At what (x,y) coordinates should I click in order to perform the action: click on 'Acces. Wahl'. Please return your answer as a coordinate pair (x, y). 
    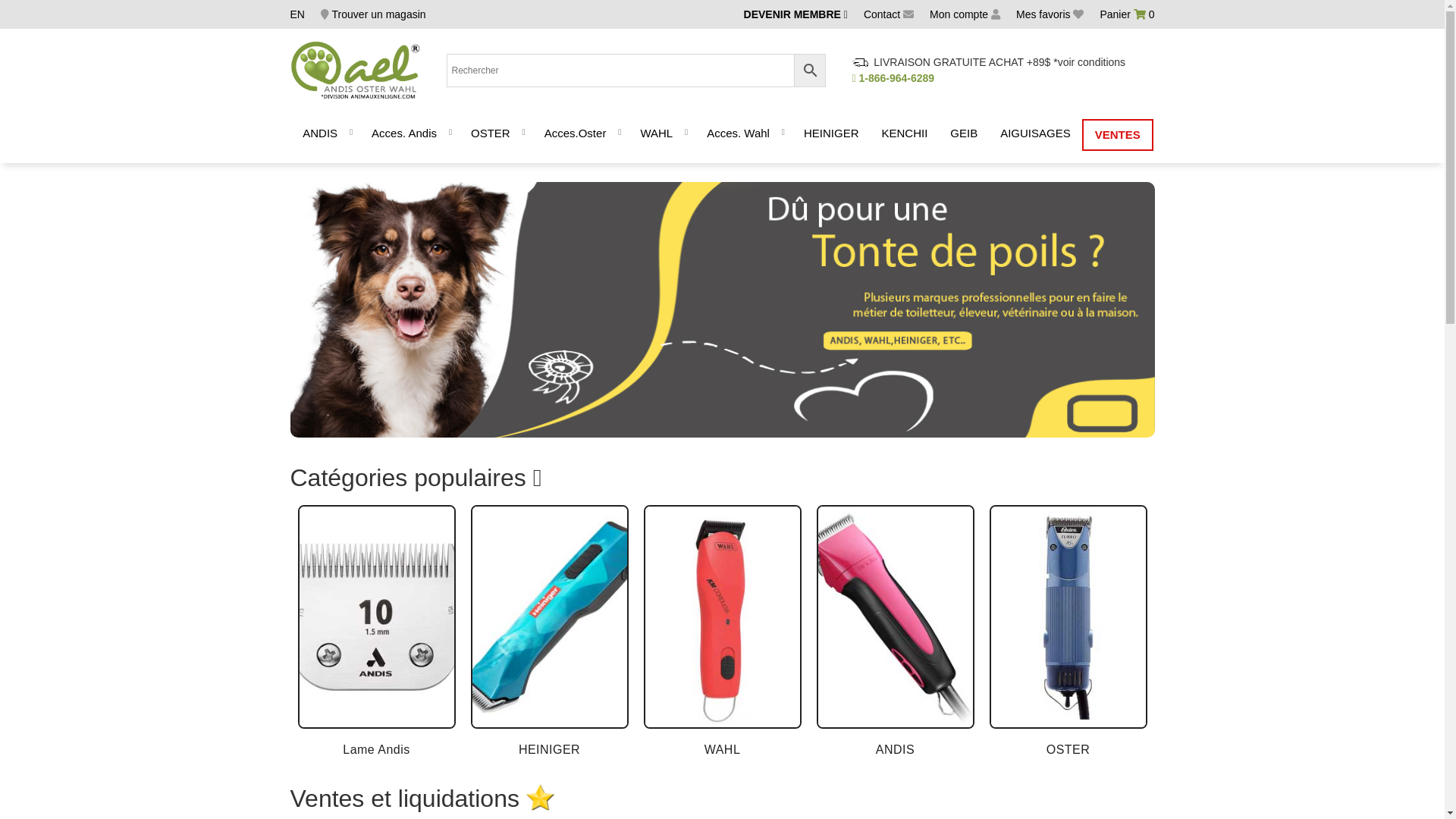
    Looking at the image, I should click on (738, 133).